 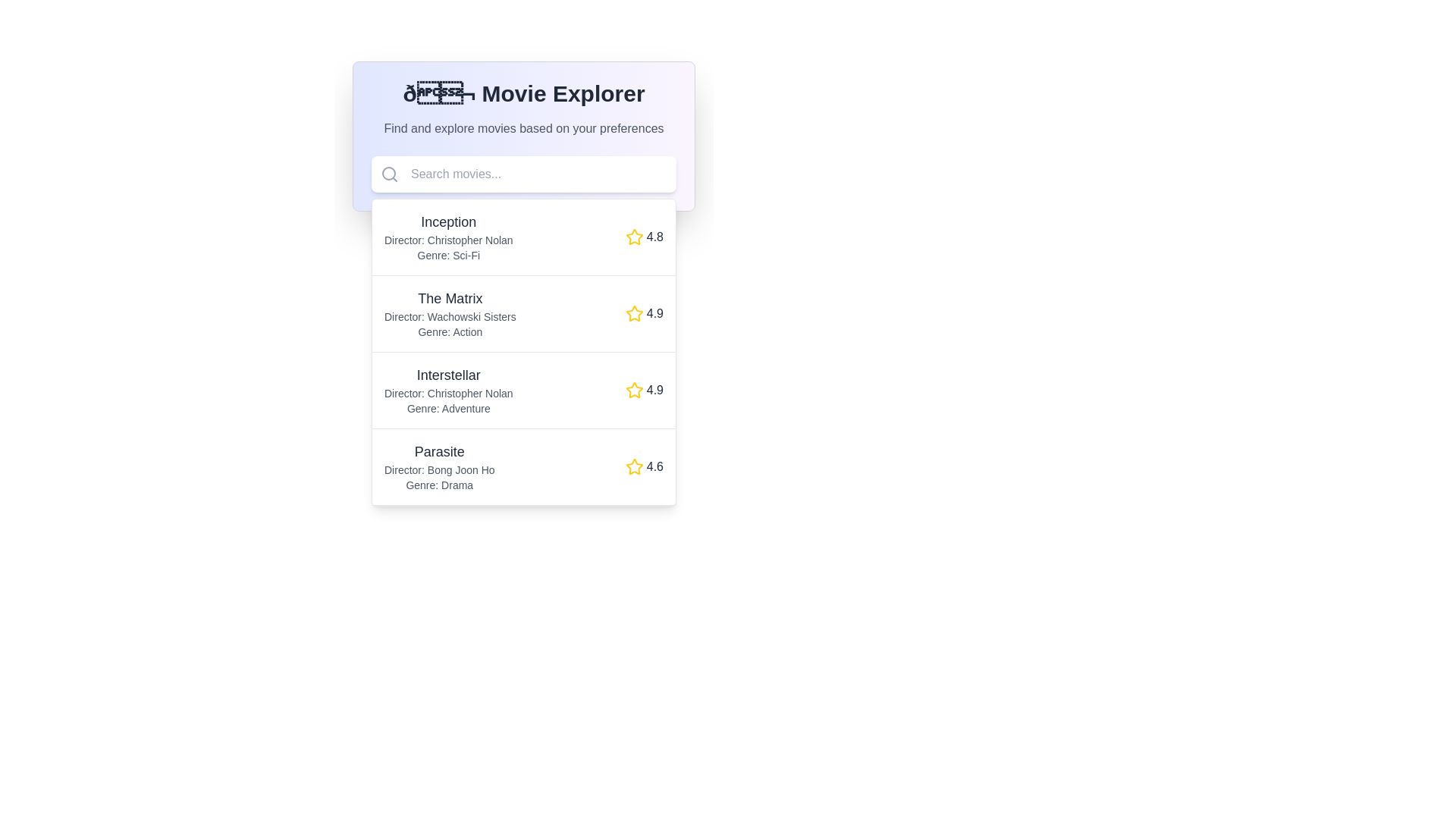 What do you see at coordinates (634, 312) in the screenshot?
I see `the prominent yellow star icon adjacent to the text '4.9' in the second movie entry for 'The Matrix' to interact with the rating system` at bounding box center [634, 312].